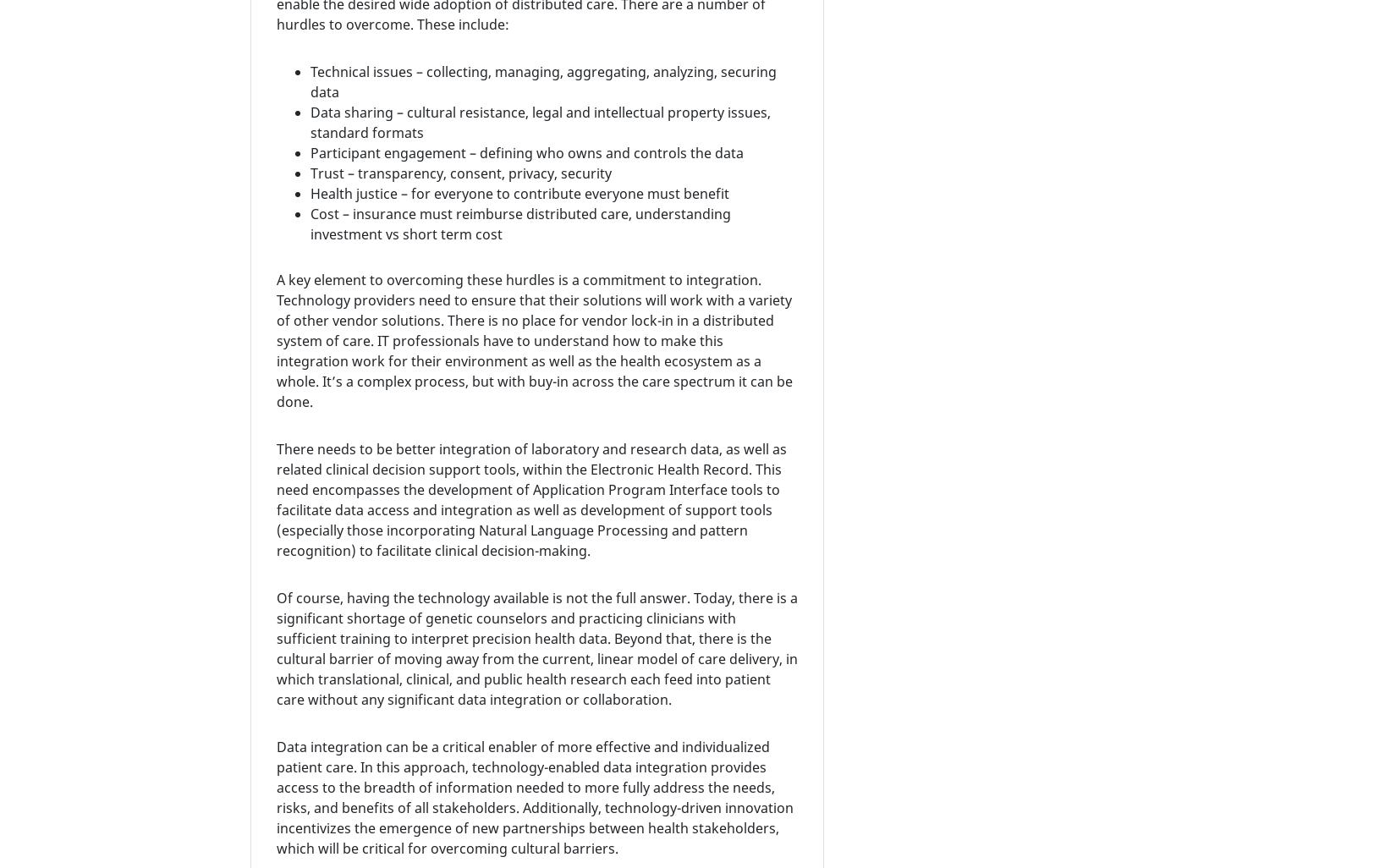  Describe the element at coordinates (459, 171) in the screenshot. I see `'Trust – transparency, consent, privacy, security'` at that location.